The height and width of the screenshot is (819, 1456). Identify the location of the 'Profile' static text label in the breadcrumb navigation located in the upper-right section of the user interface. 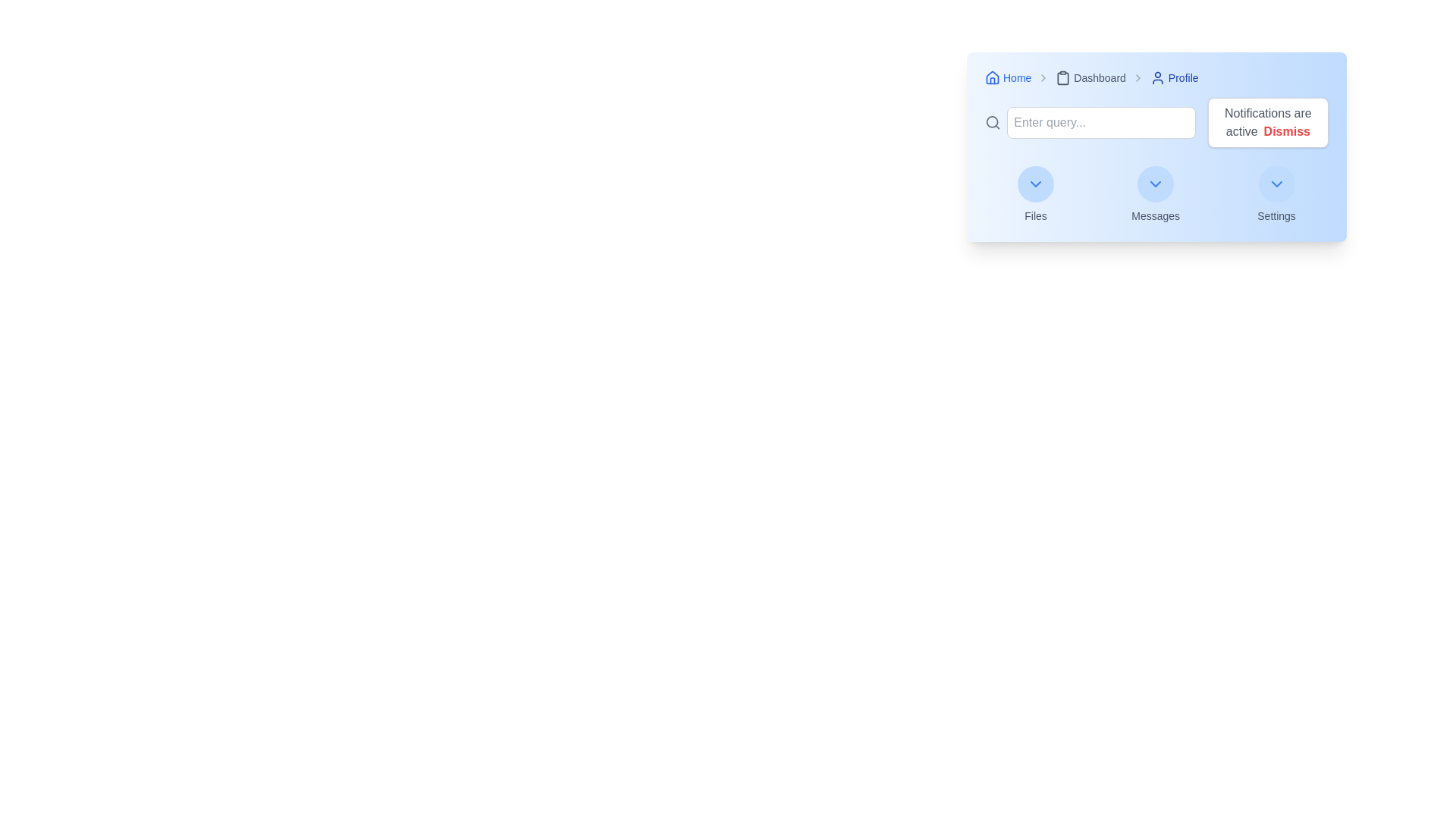
(1173, 78).